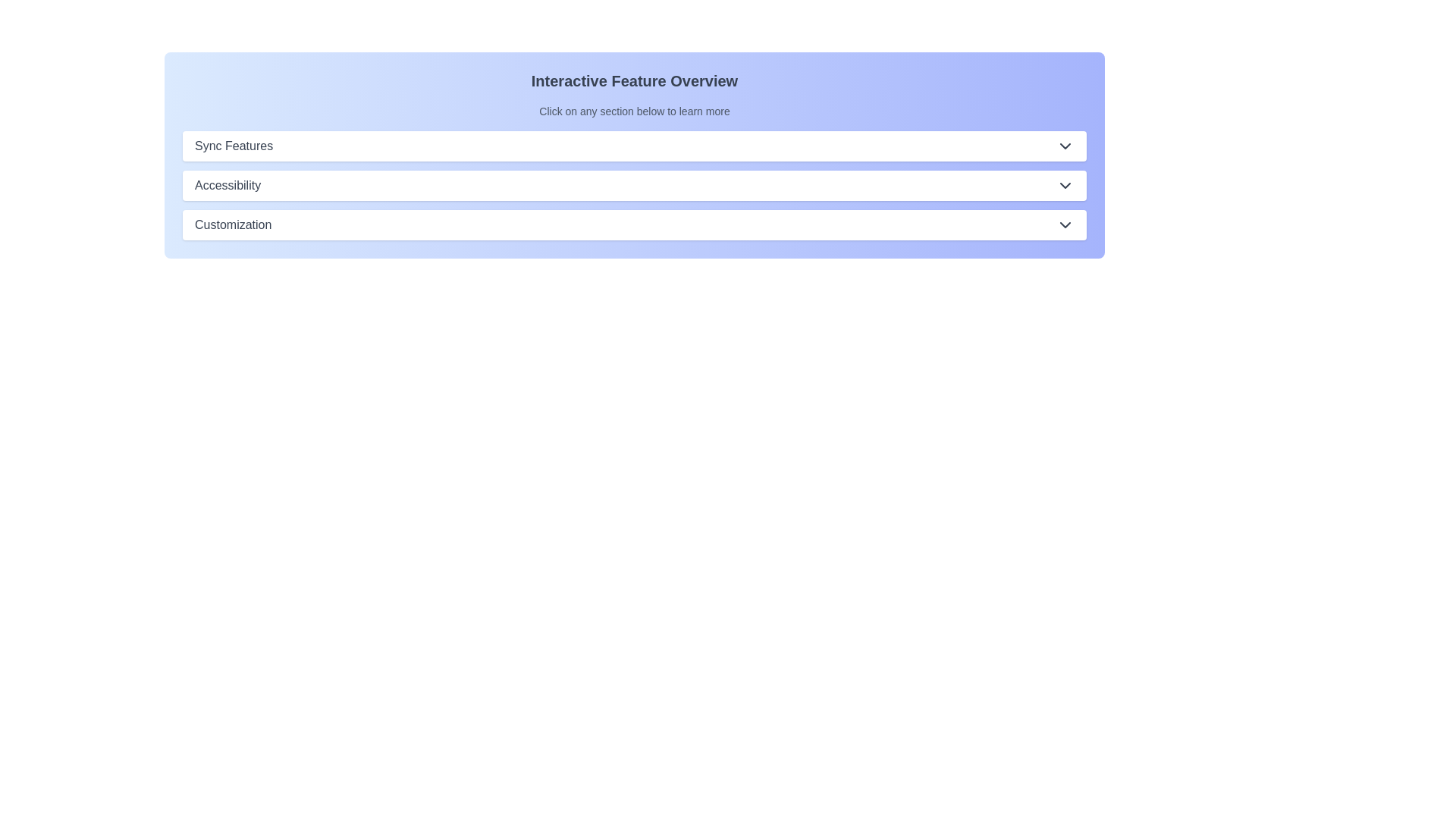 This screenshot has height=819, width=1456. What do you see at coordinates (233, 146) in the screenshot?
I see `text label that serves as the title for the first collapsible section, positioned to the left of a downward arrow icon` at bounding box center [233, 146].